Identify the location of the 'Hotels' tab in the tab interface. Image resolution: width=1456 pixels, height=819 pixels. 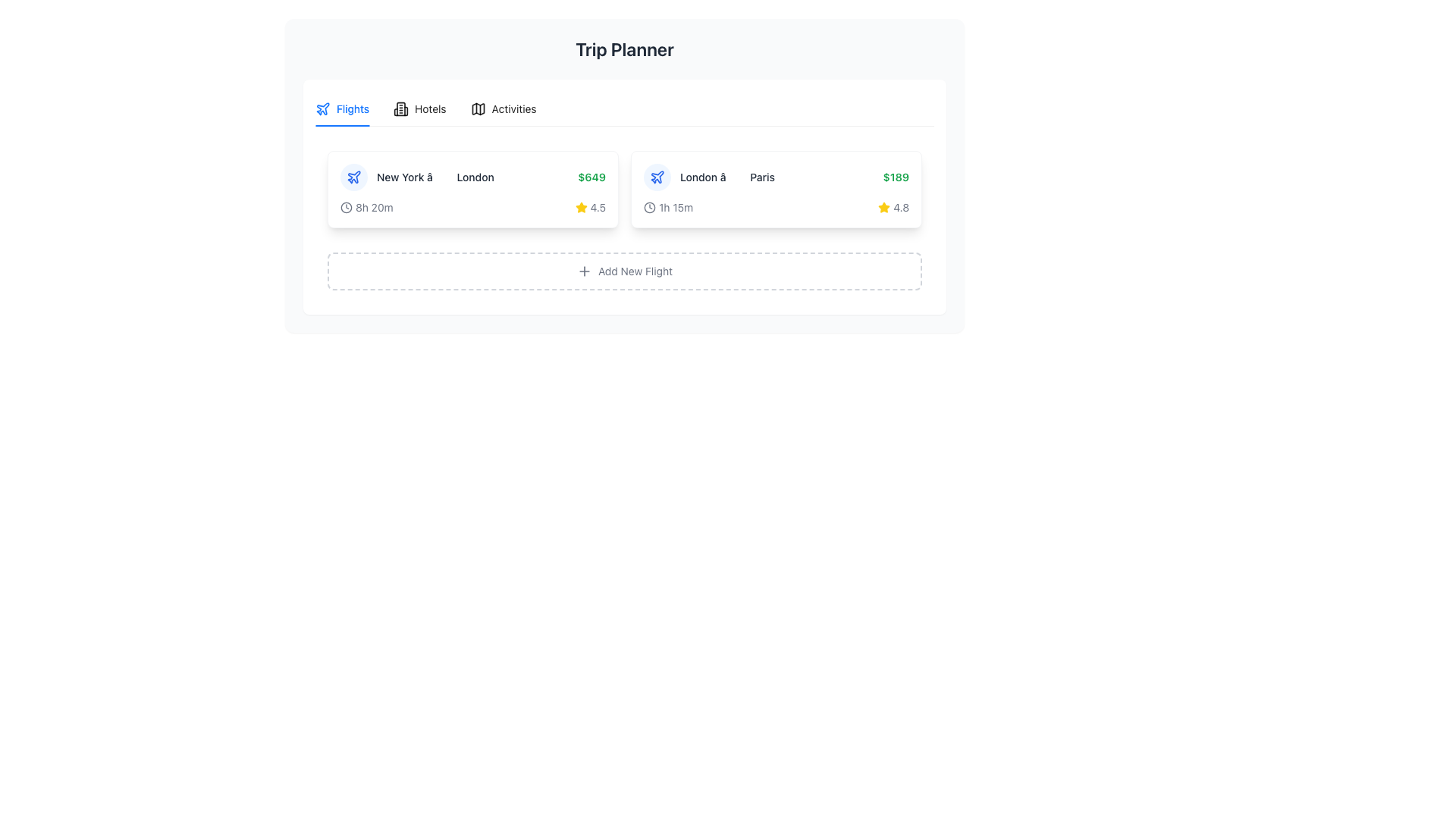
(425, 108).